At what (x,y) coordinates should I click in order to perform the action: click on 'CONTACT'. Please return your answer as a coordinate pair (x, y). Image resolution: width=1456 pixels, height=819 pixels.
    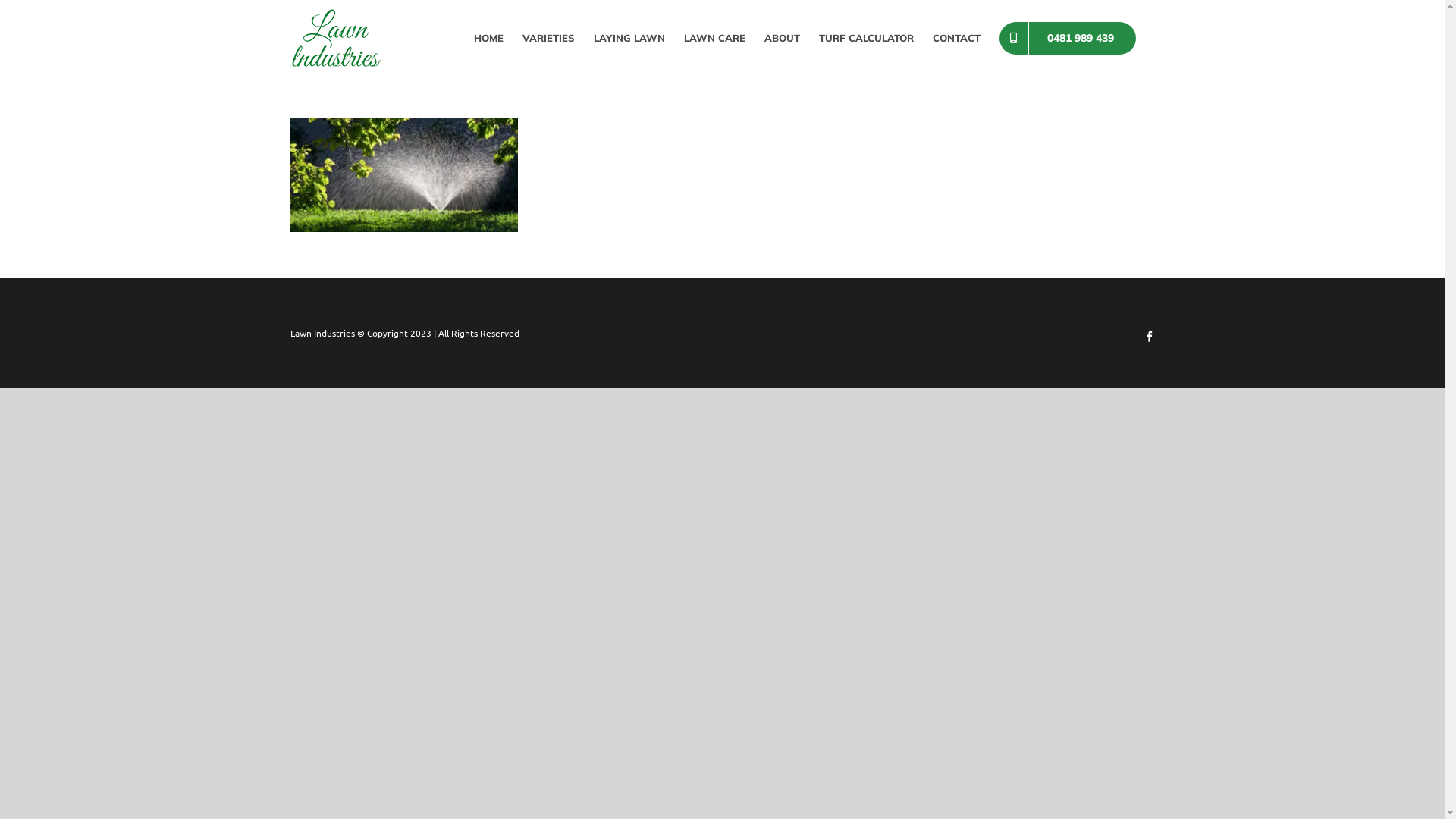
    Looking at the image, I should click on (955, 37).